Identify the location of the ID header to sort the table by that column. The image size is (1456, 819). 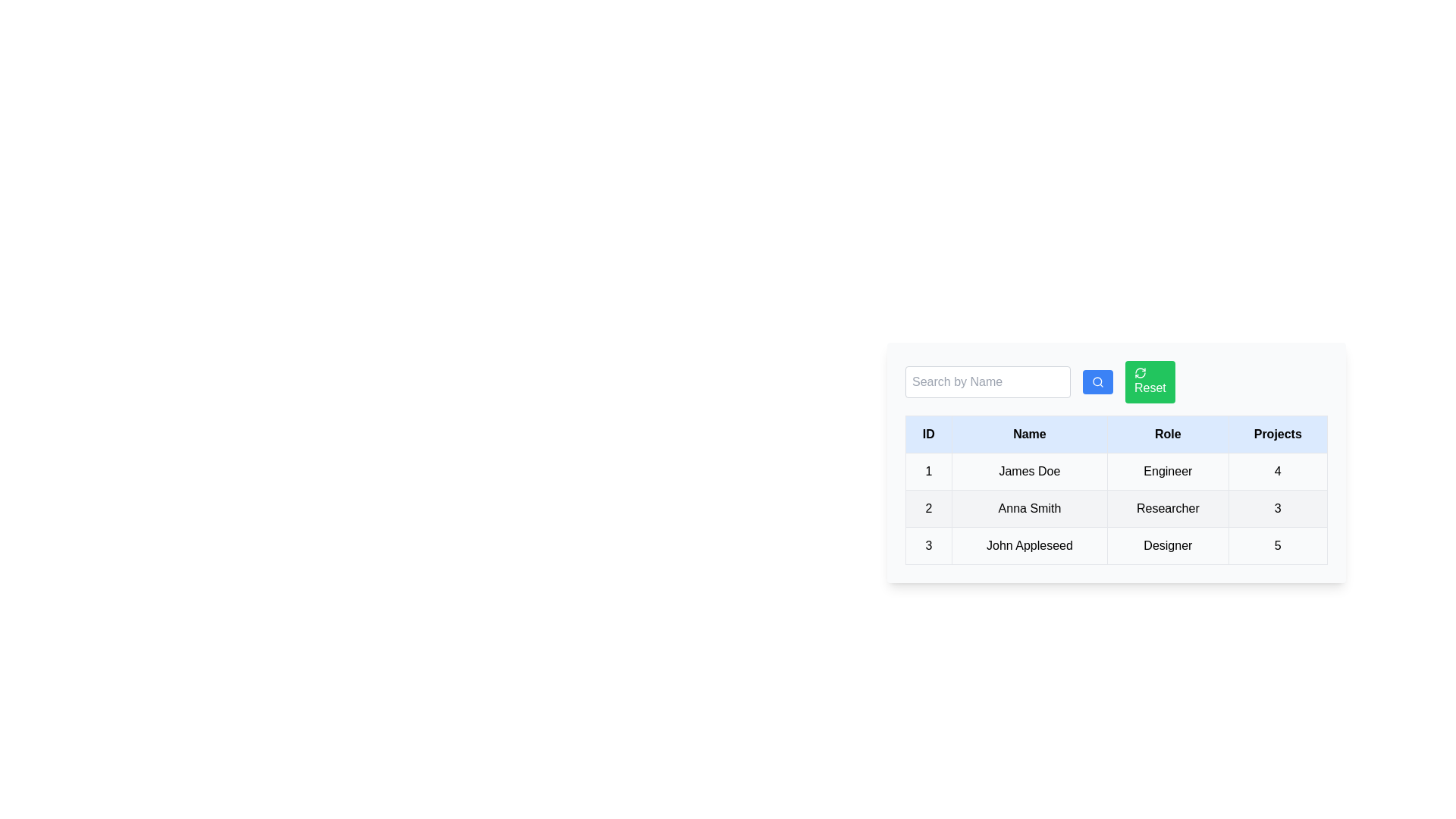
(927, 435).